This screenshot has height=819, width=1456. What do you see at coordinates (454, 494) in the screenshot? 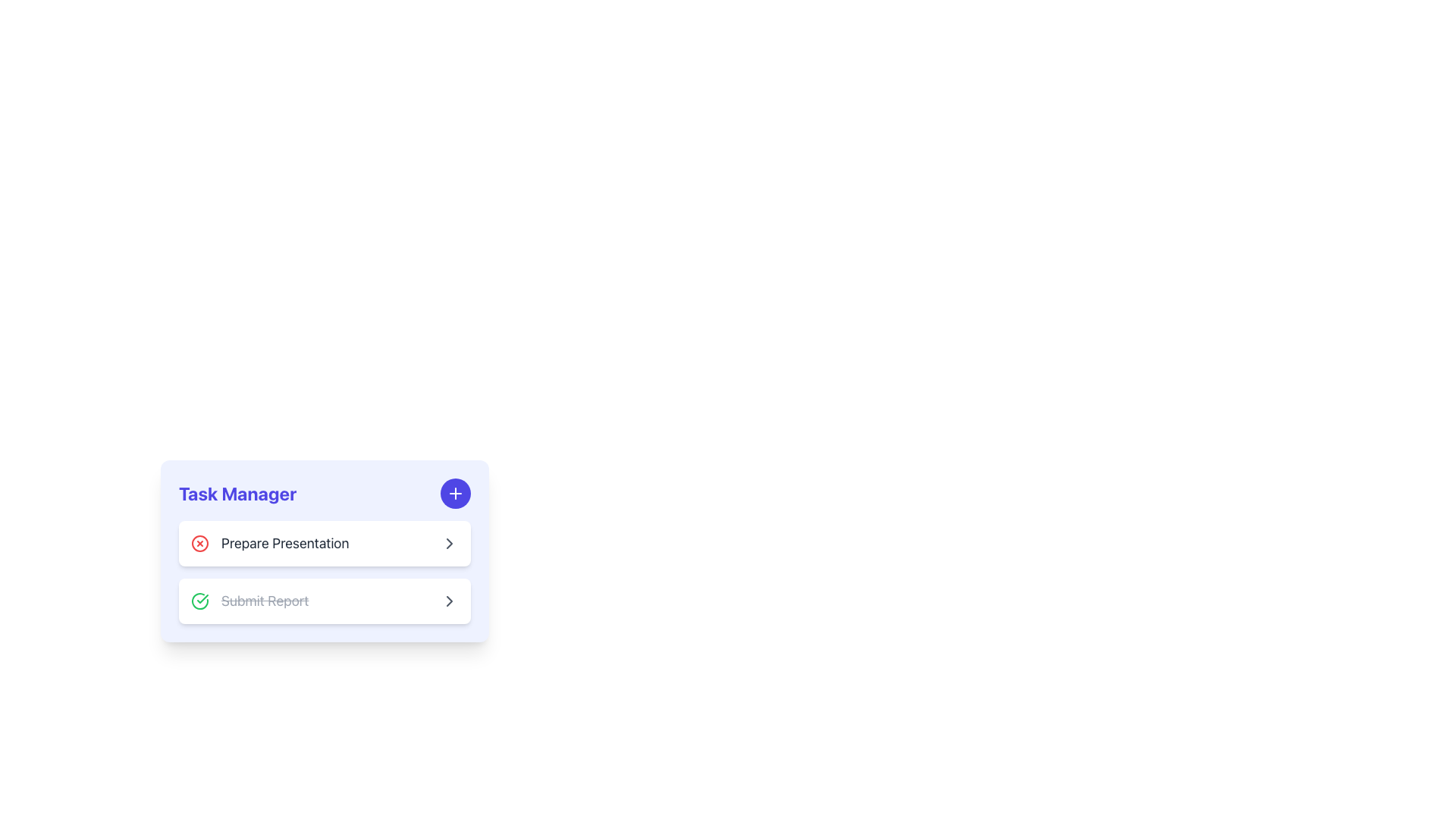
I see `the plus icon located in the top-right corner of the 'Task Manager' section` at bounding box center [454, 494].